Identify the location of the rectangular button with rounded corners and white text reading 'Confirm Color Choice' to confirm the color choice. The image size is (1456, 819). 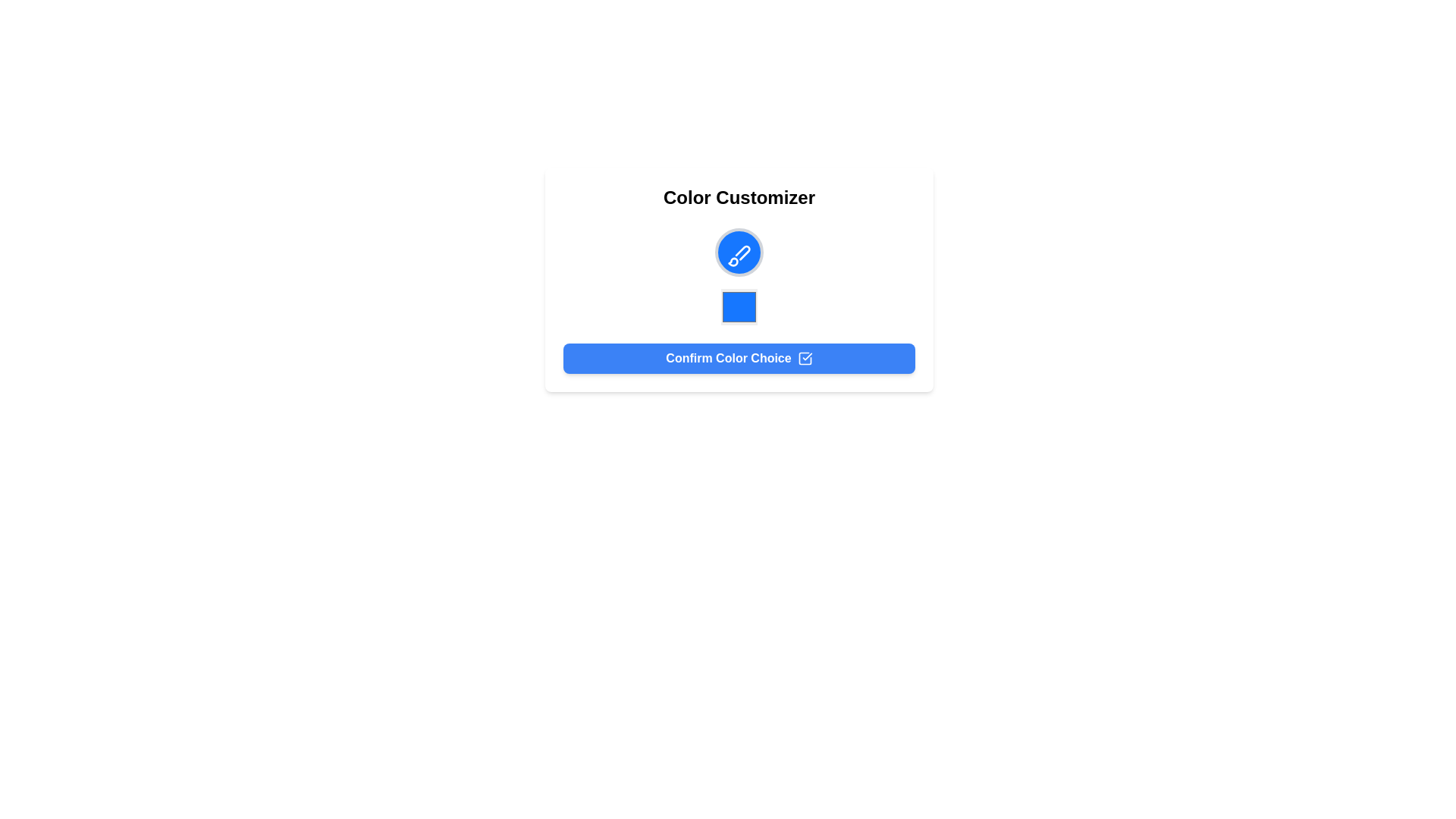
(739, 359).